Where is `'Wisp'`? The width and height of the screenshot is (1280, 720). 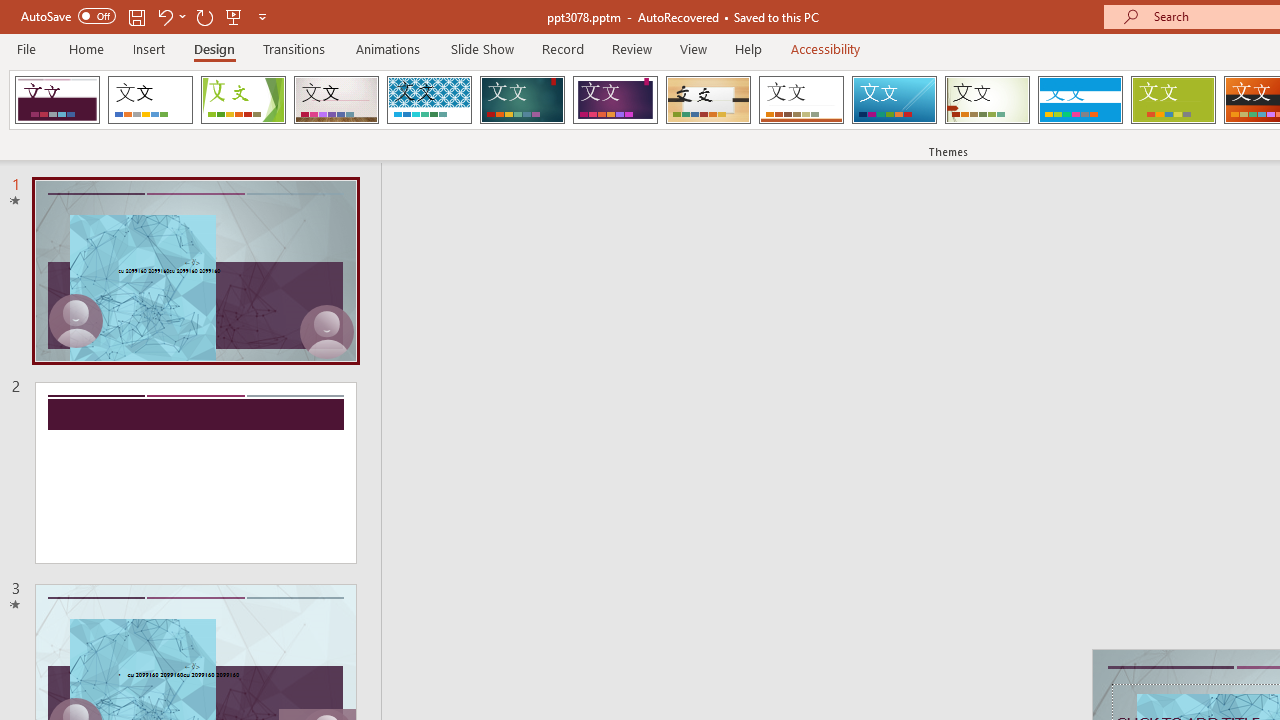
'Wisp' is located at coordinates (987, 100).